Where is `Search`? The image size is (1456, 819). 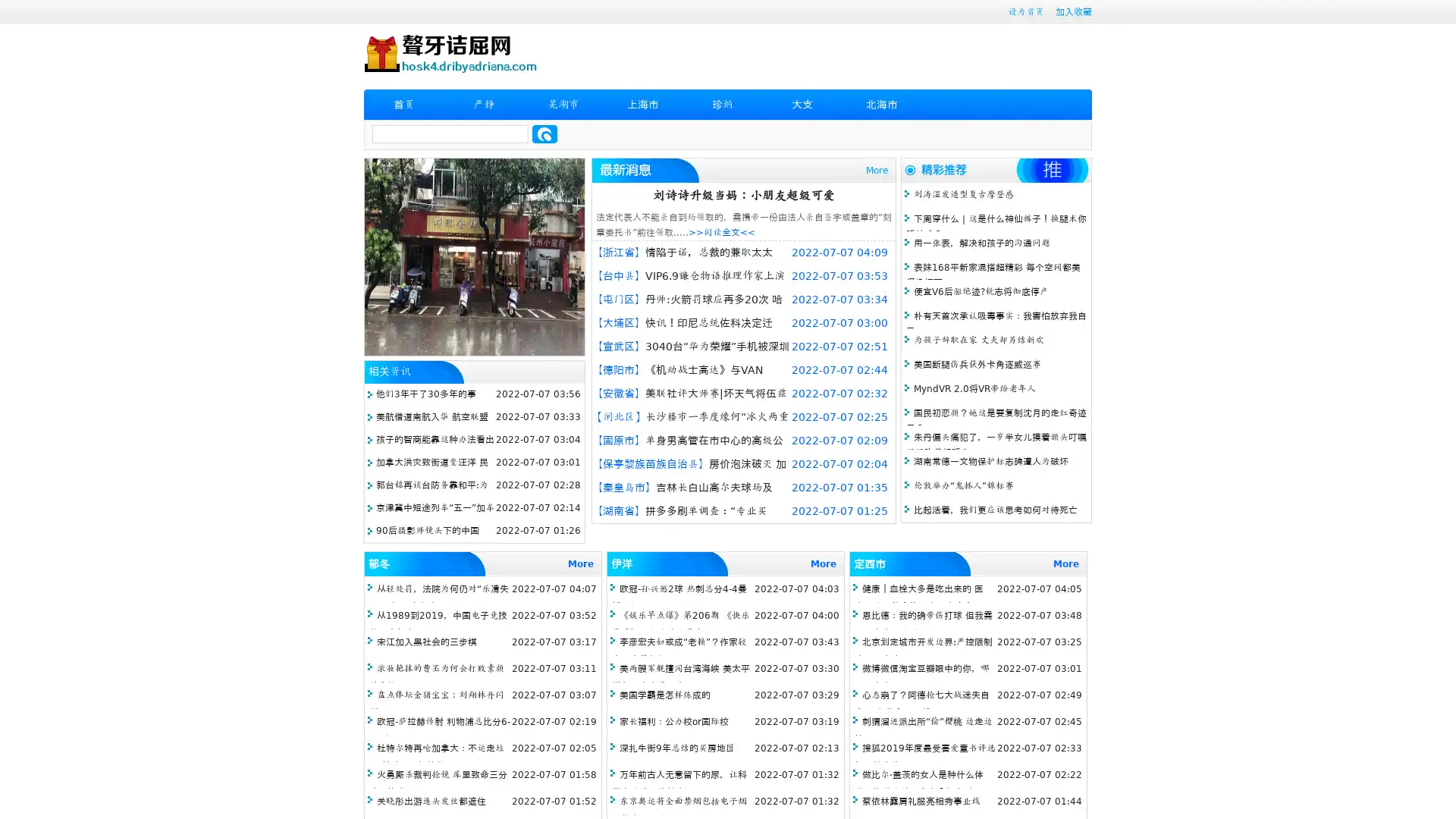 Search is located at coordinates (544, 133).